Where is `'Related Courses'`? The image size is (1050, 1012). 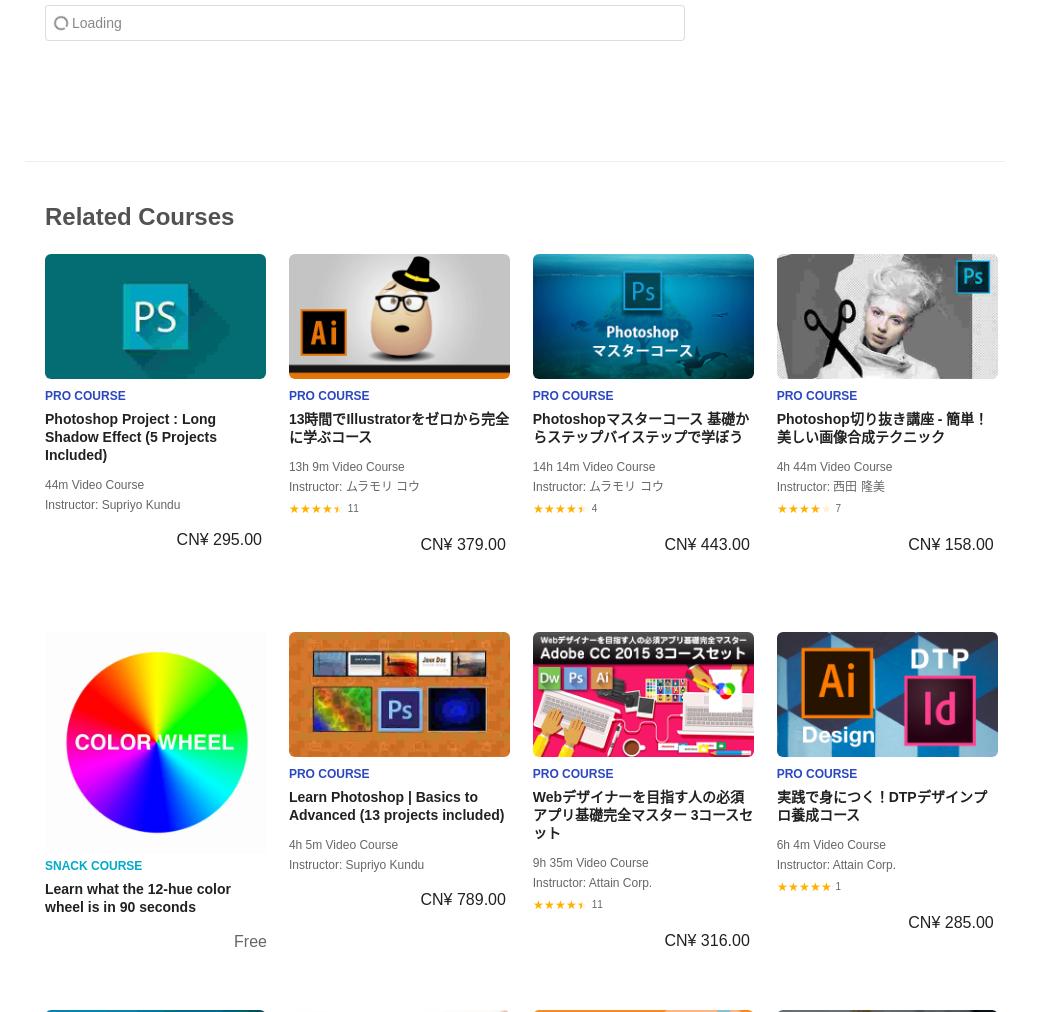
'Related Courses' is located at coordinates (138, 216).